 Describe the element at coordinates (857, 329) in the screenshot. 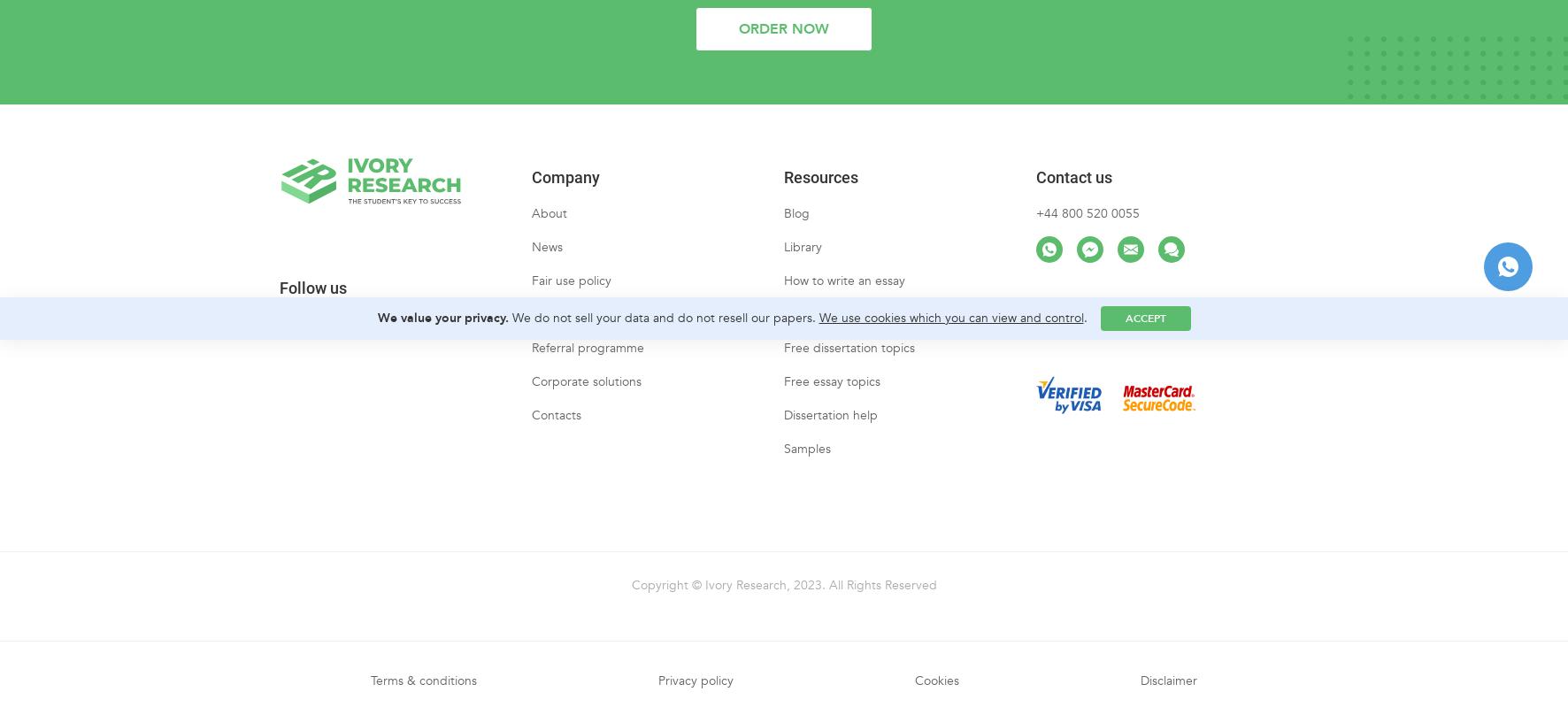

I see `'How to write a dissertation'` at that location.